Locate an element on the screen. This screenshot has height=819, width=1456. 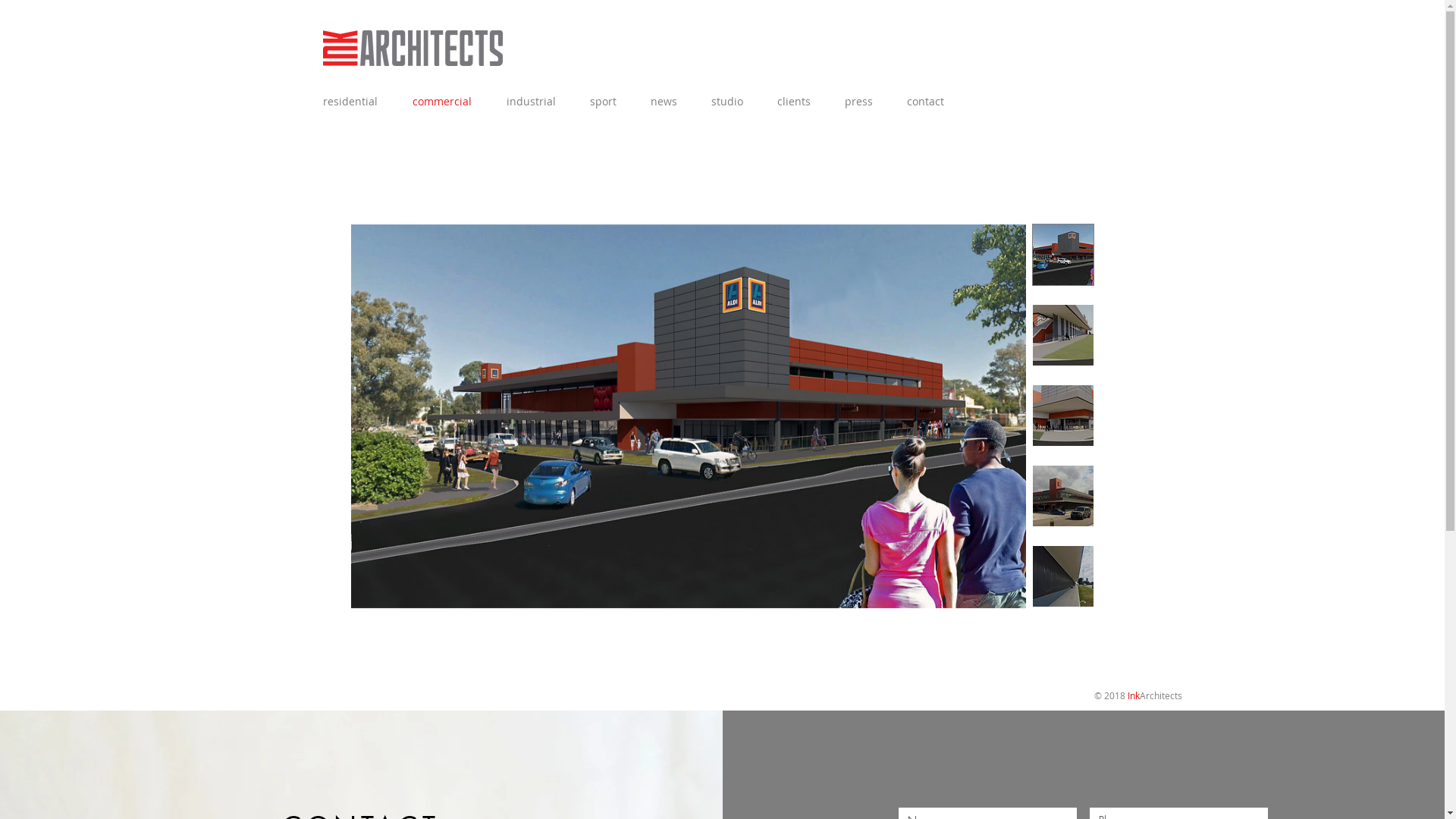
'studio' is located at coordinates (698, 101).